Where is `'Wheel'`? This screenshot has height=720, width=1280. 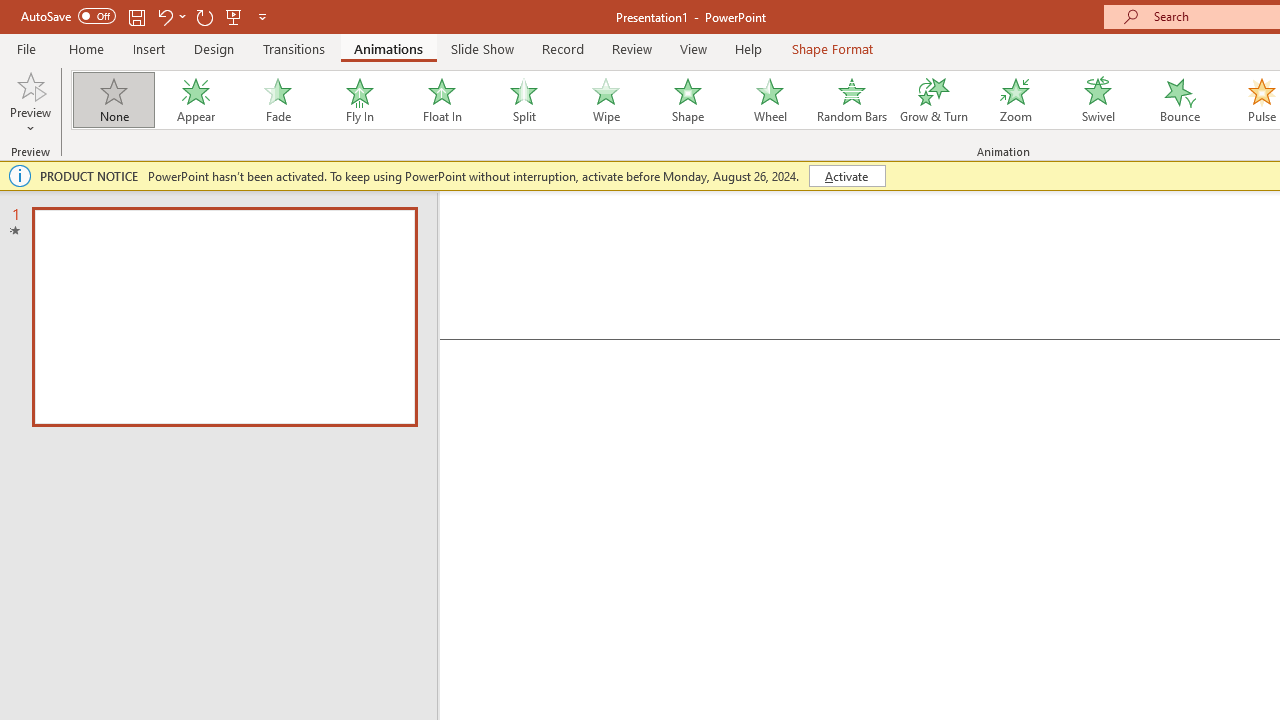
'Wheel' is located at coordinates (769, 100).